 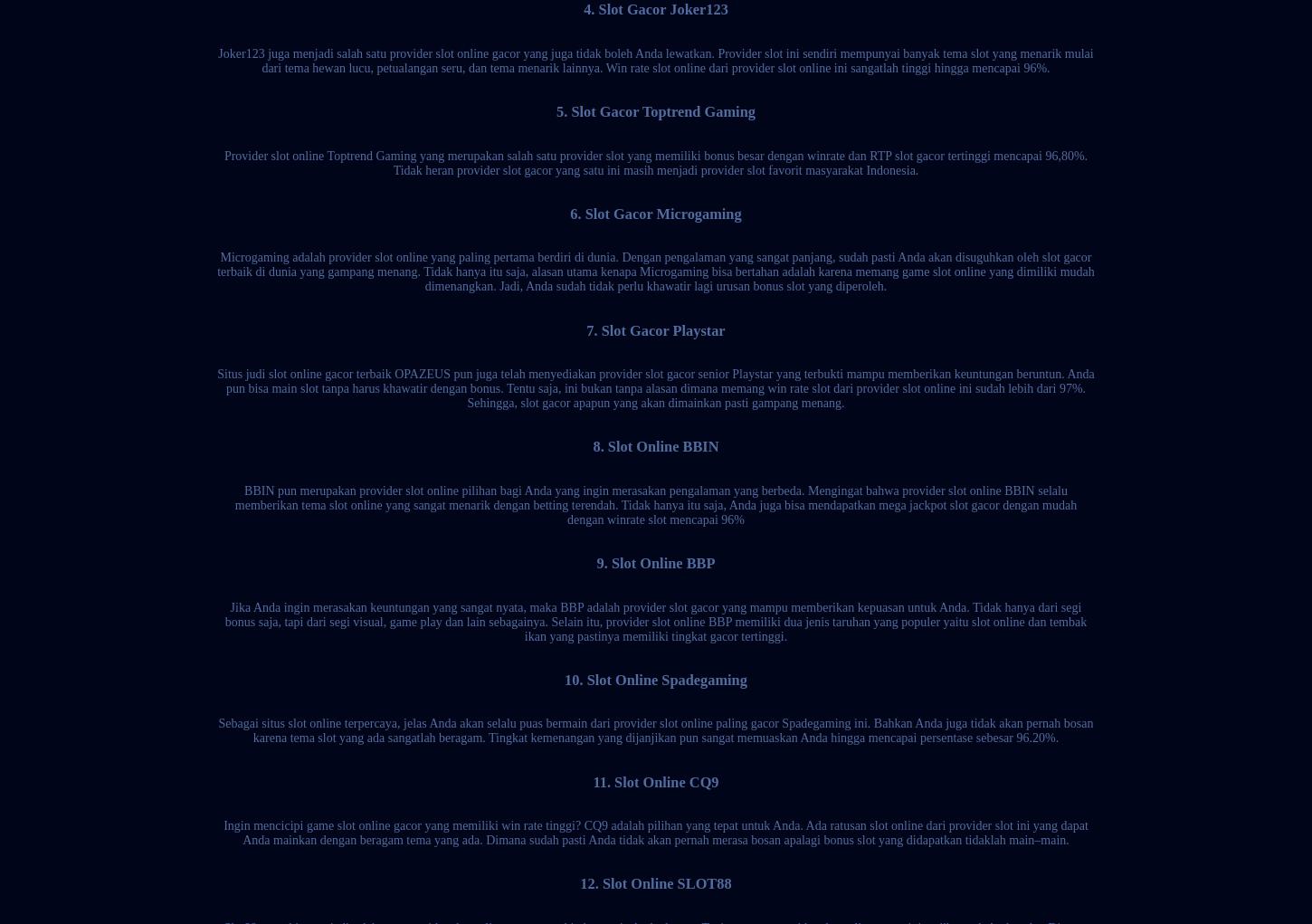 What do you see at coordinates (595, 563) in the screenshot?
I see `'9. Slot Online BBP'` at bounding box center [595, 563].